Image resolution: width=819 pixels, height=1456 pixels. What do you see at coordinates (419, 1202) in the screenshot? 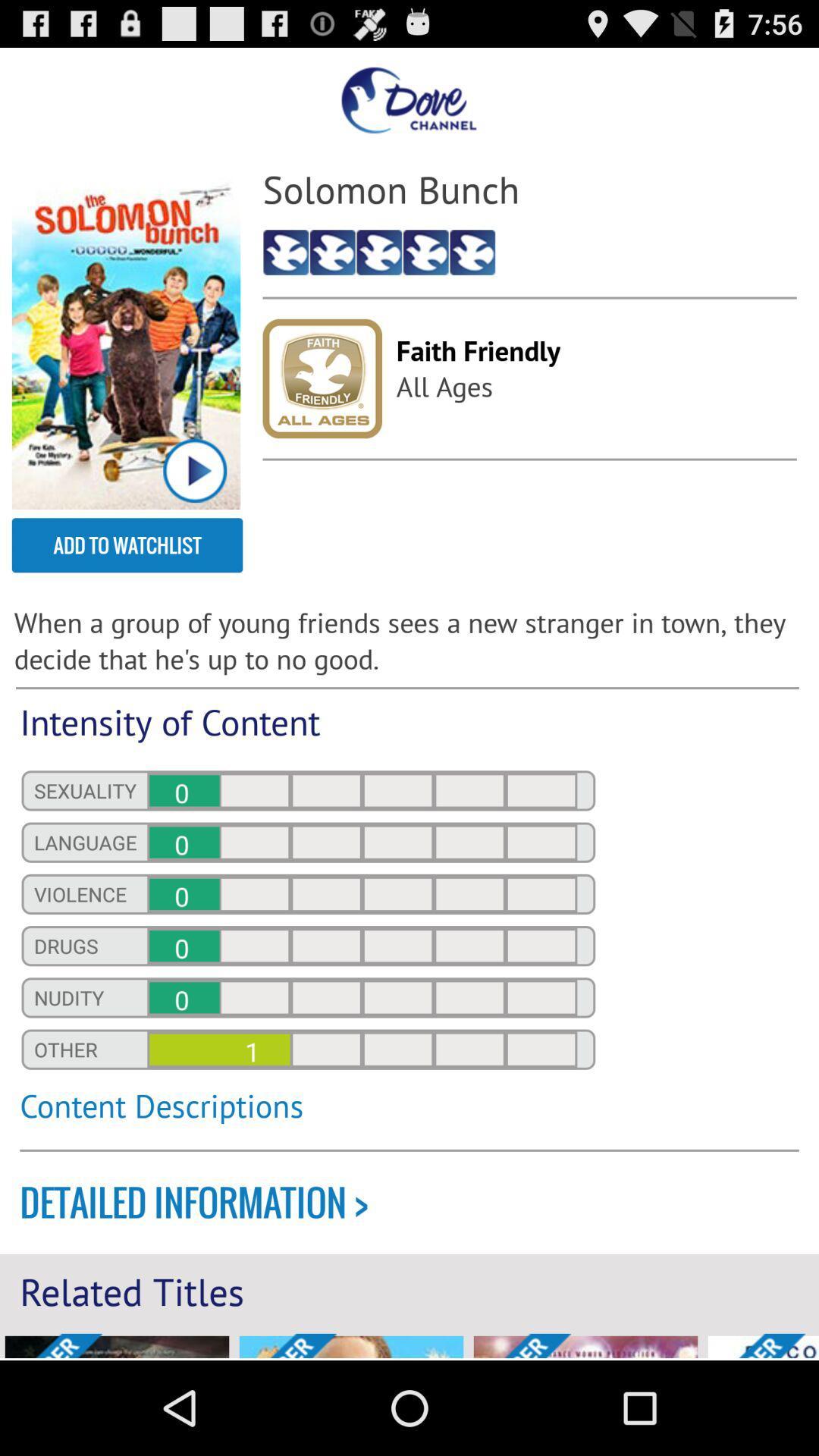
I see `the detailed information >` at bounding box center [419, 1202].